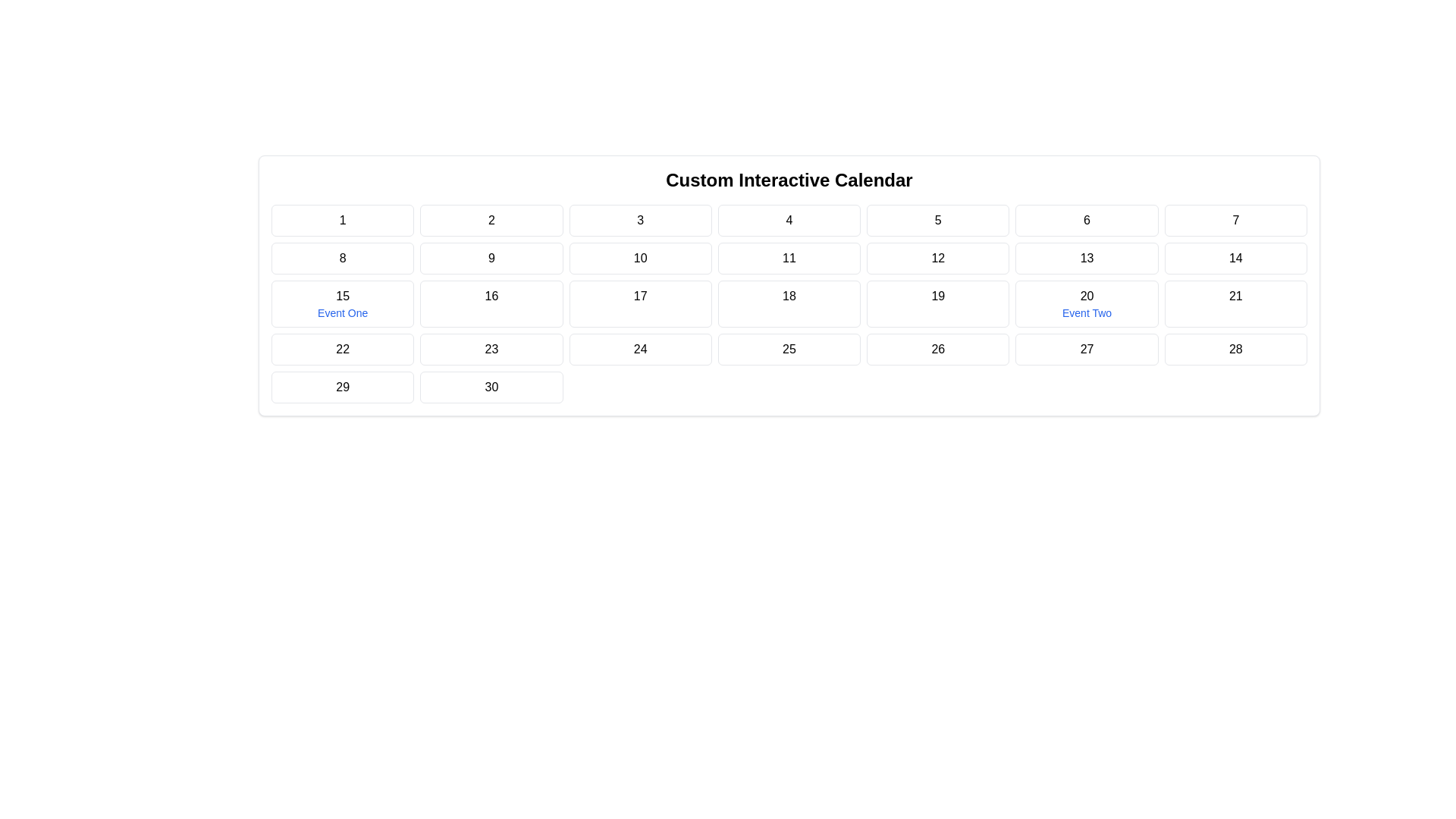 This screenshot has height=819, width=1456. Describe the element at coordinates (937, 257) in the screenshot. I see `the button-like interactive element containing the text '12', which is located in the second row and sixth column of the grid layout` at that location.